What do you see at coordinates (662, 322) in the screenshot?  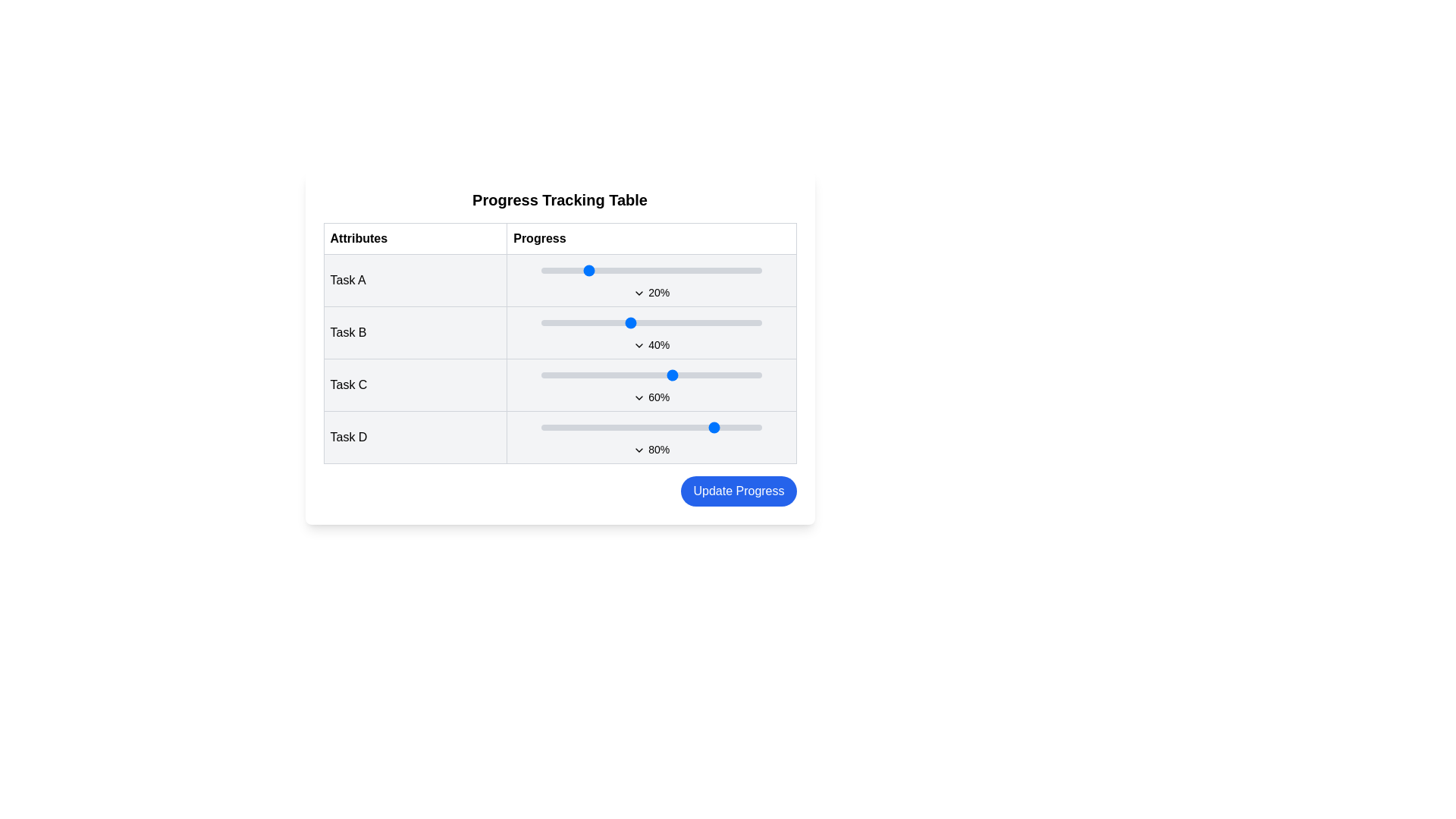 I see `the progress of Task B` at bounding box center [662, 322].